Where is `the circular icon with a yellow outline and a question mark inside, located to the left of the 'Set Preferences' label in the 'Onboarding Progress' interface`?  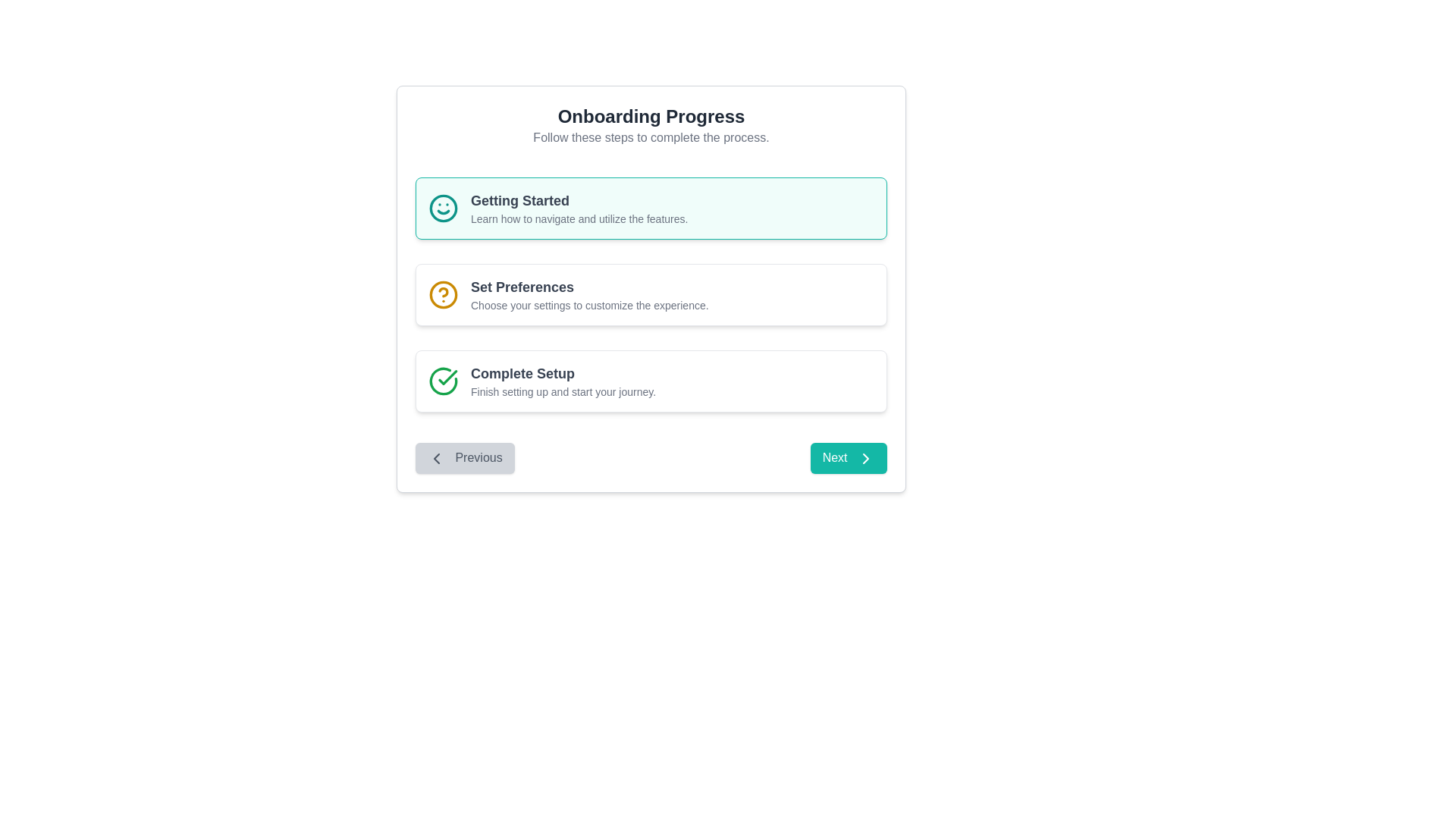
the circular icon with a yellow outline and a question mark inside, located to the left of the 'Set Preferences' label in the 'Onboarding Progress' interface is located at coordinates (443, 295).